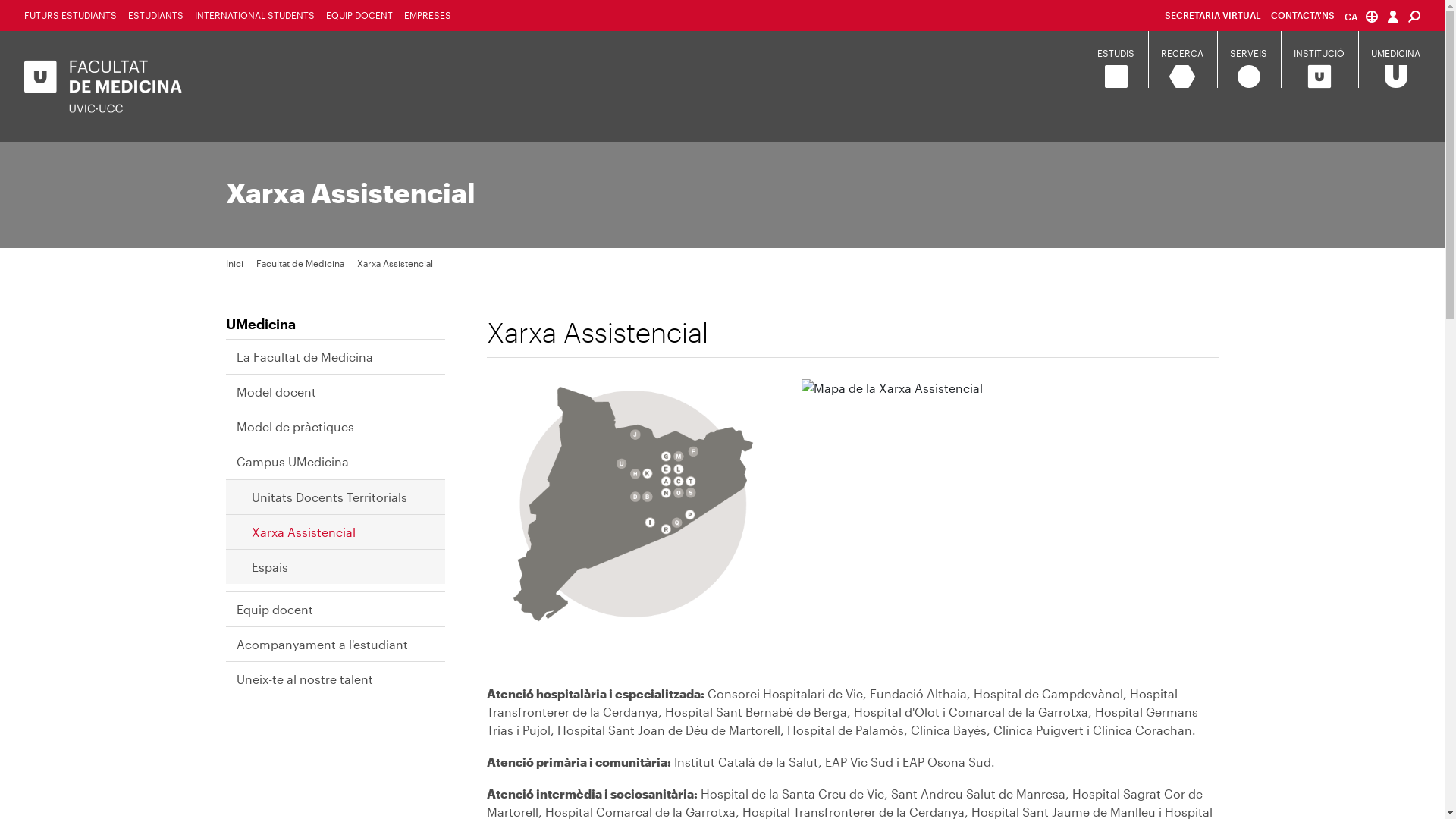 The width and height of the screenshot is (1456, 819). What do you see at coordinates (1116, 52) in the screenshot?
I see `'ESTUDIS'` at bounding box center [1116, 52].